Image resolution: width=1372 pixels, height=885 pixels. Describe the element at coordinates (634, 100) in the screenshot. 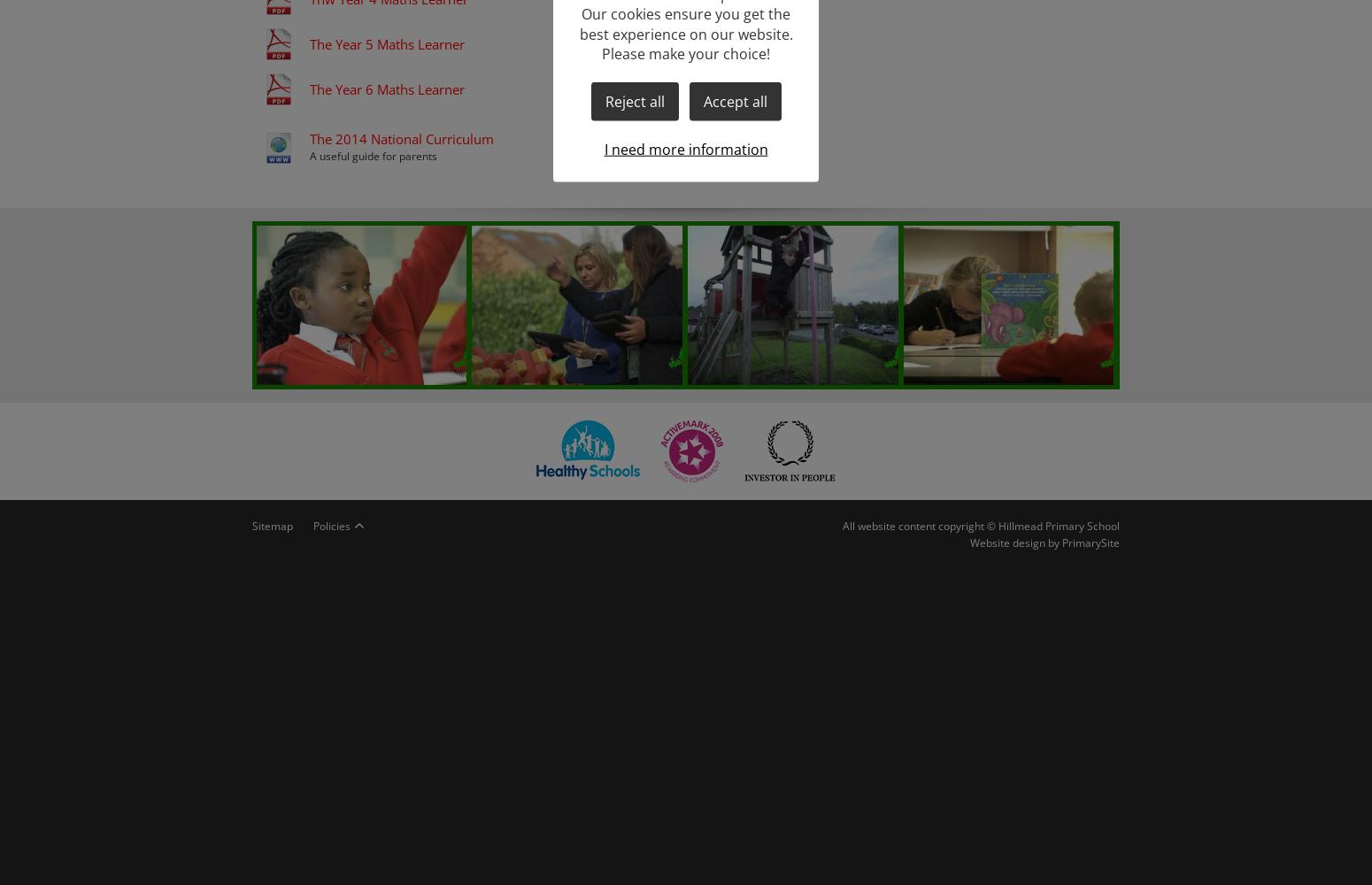

I see `'Reject all'` at that location.